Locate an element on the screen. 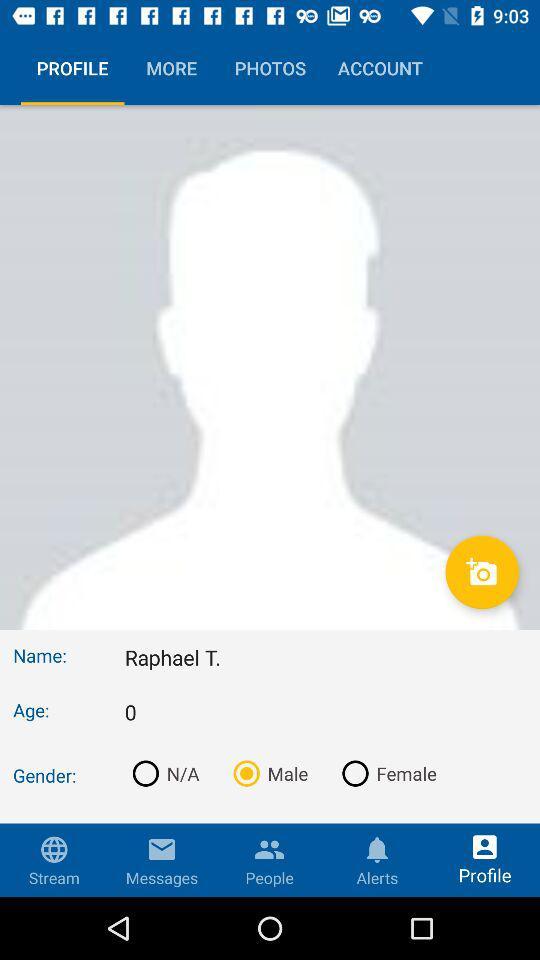 Image resolution: width=540 pixels, height=960 pixels. item to the right of more: item is located at coordinates (325, 878).